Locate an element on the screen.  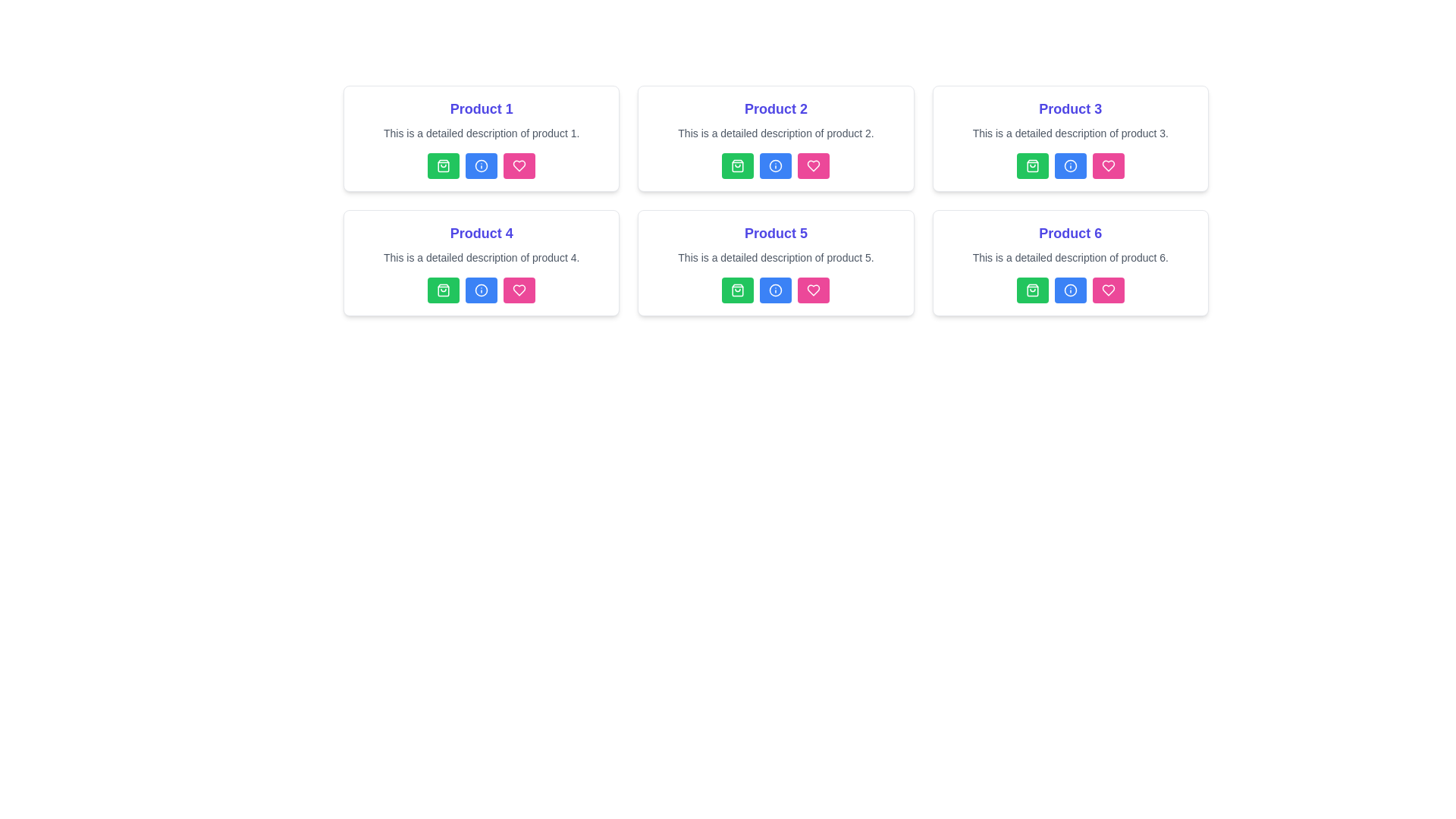
the text displaying 'Product 2' in the first position of the second product card is located at coordinates (776, 108).